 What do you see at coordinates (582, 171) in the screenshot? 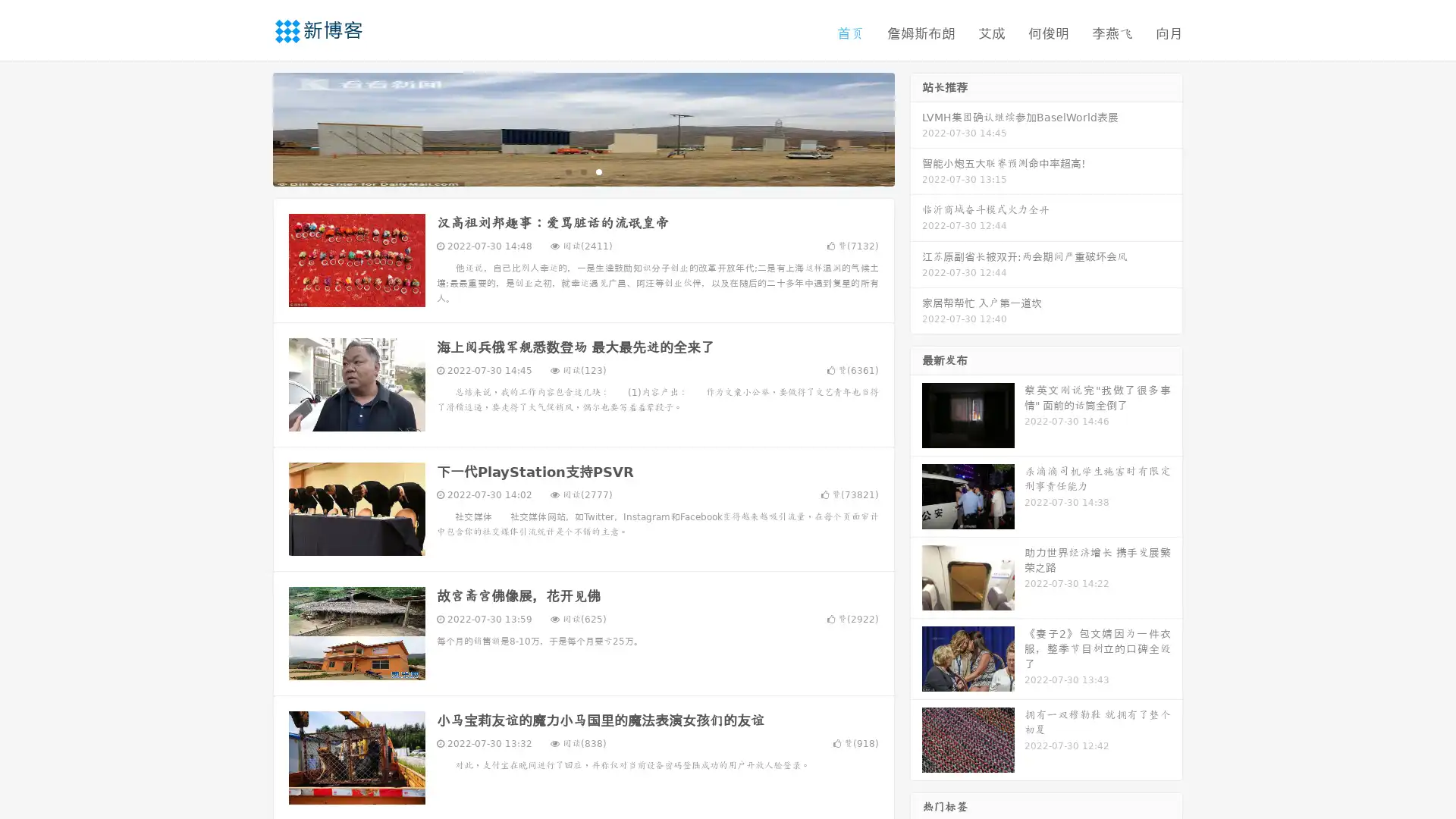
I see `Go to slide 2` at bounding box center [582, 171].